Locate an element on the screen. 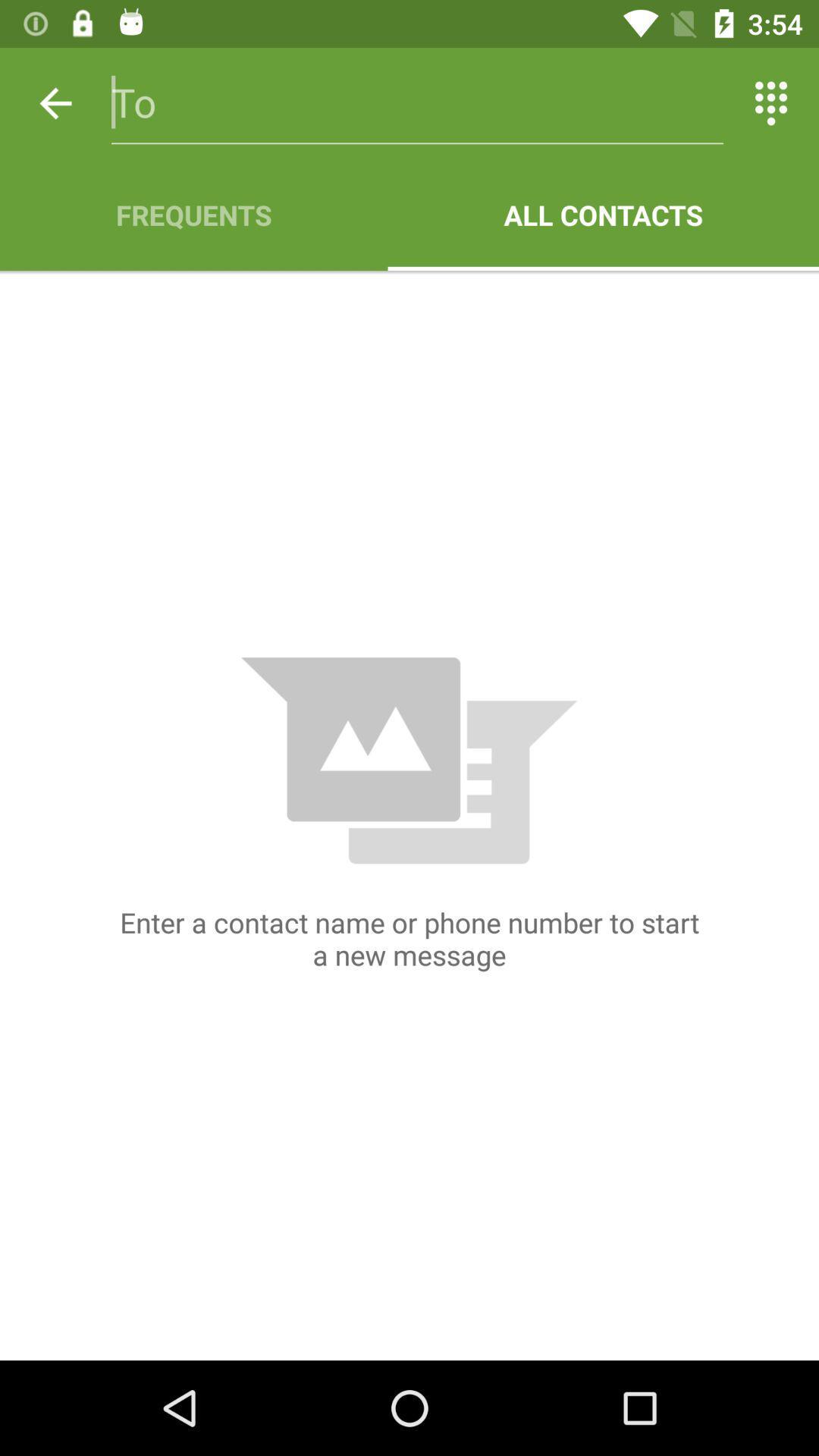 This screenshot has width=819, height=1456. icon above frequents icon is located at coordinates (55, 102).